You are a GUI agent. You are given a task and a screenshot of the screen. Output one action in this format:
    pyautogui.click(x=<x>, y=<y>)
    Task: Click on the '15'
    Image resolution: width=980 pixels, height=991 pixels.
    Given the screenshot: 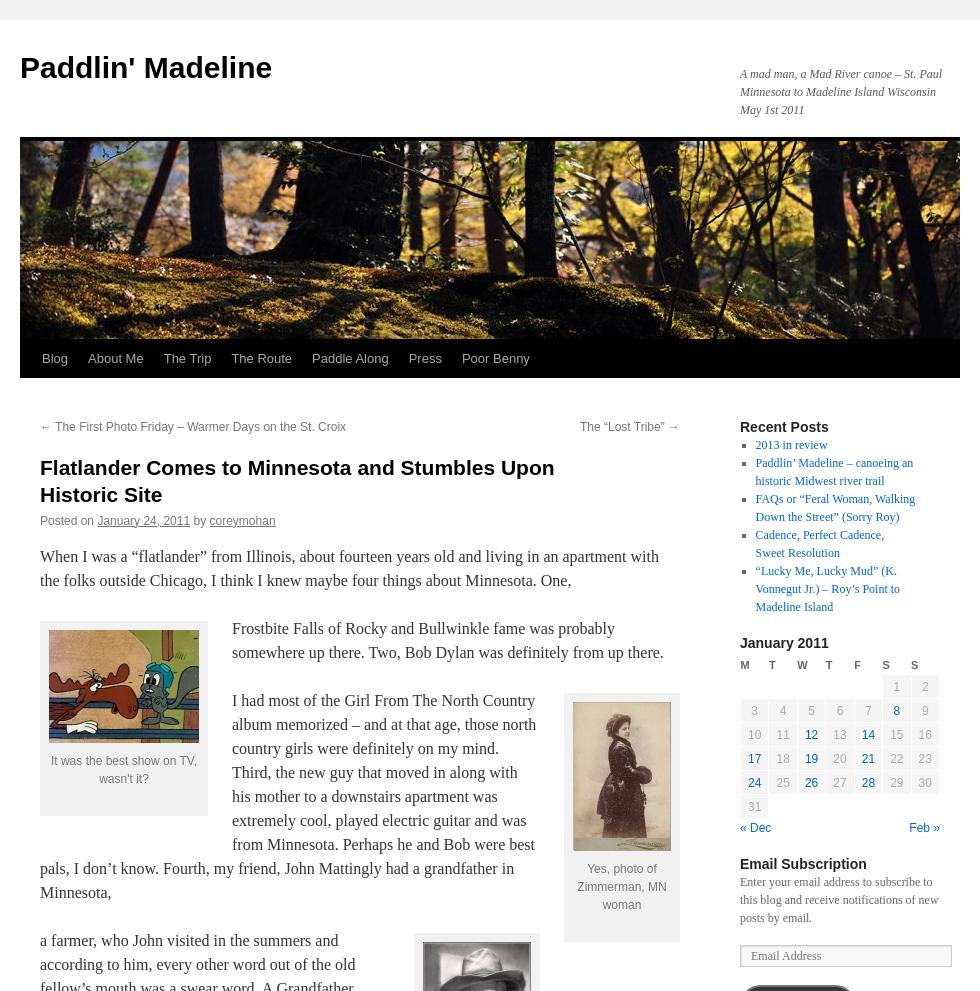 What is the action you would take?
    pyautogui.click(x=896, y=734)
    